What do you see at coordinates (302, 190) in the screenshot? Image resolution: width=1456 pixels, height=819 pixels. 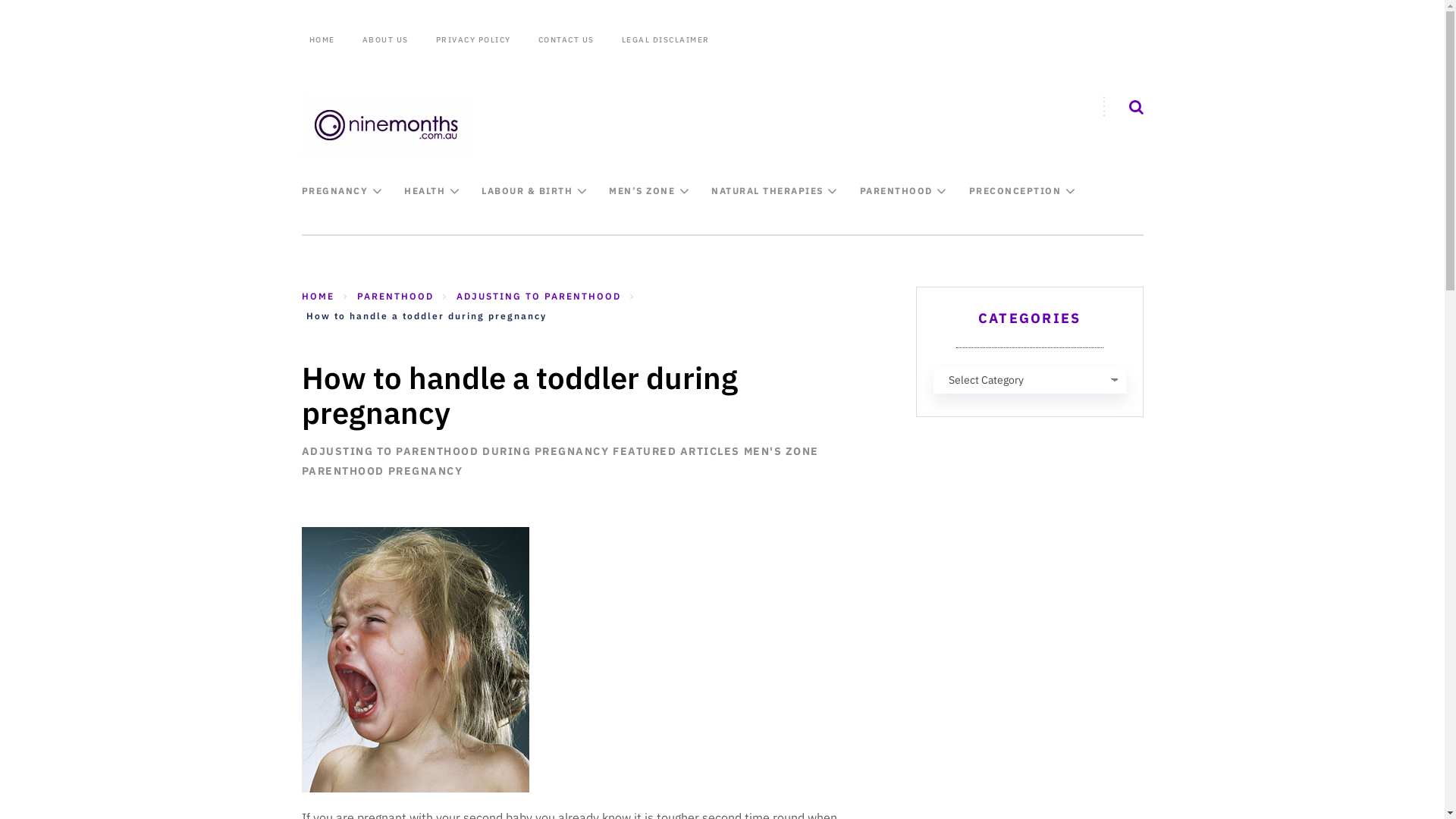 I see `'PREGNANCY'` at bounding box center [302, 190].